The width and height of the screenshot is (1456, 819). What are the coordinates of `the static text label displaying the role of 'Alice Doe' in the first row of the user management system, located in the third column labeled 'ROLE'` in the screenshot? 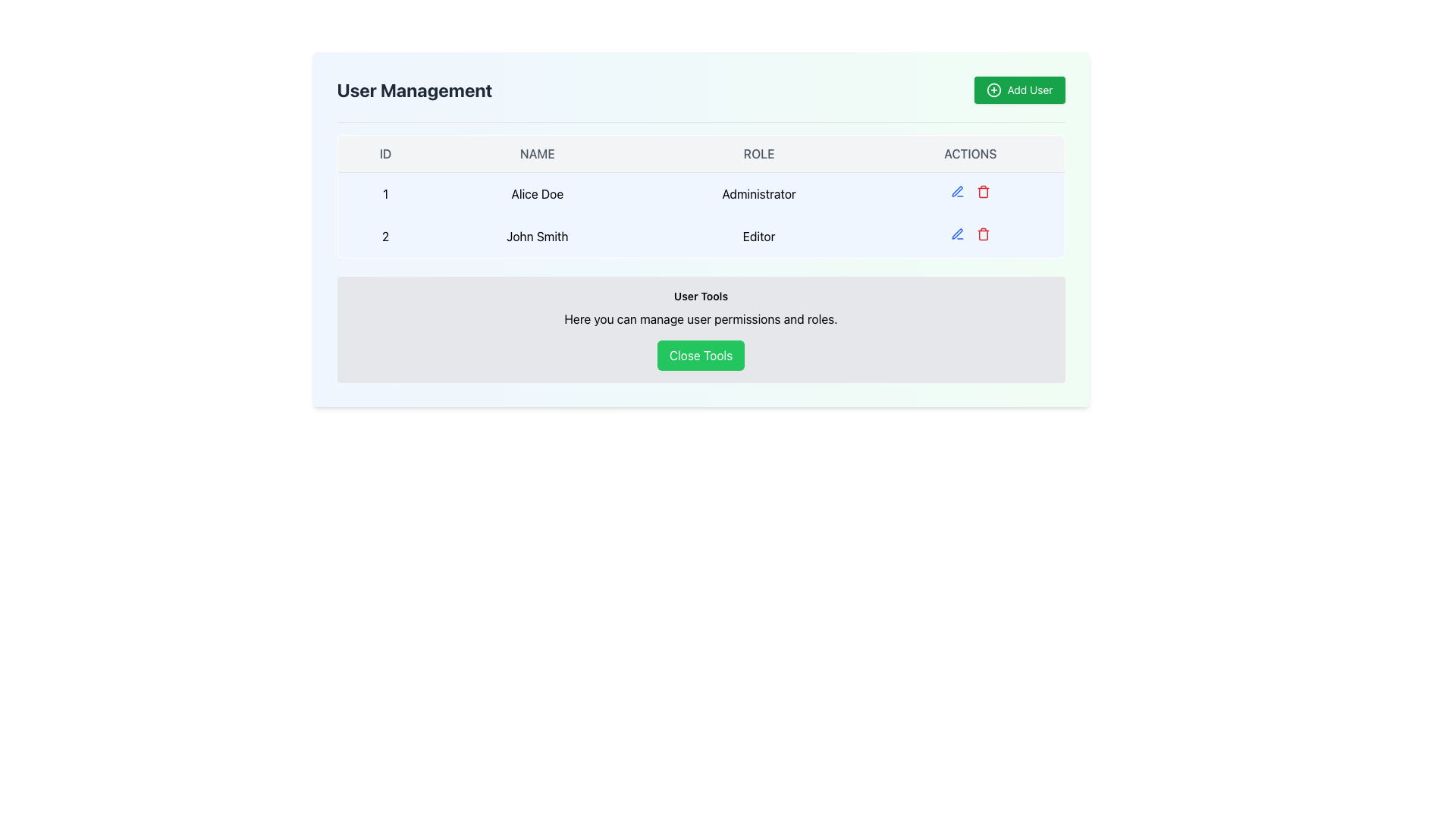 It's located at (759, 193).